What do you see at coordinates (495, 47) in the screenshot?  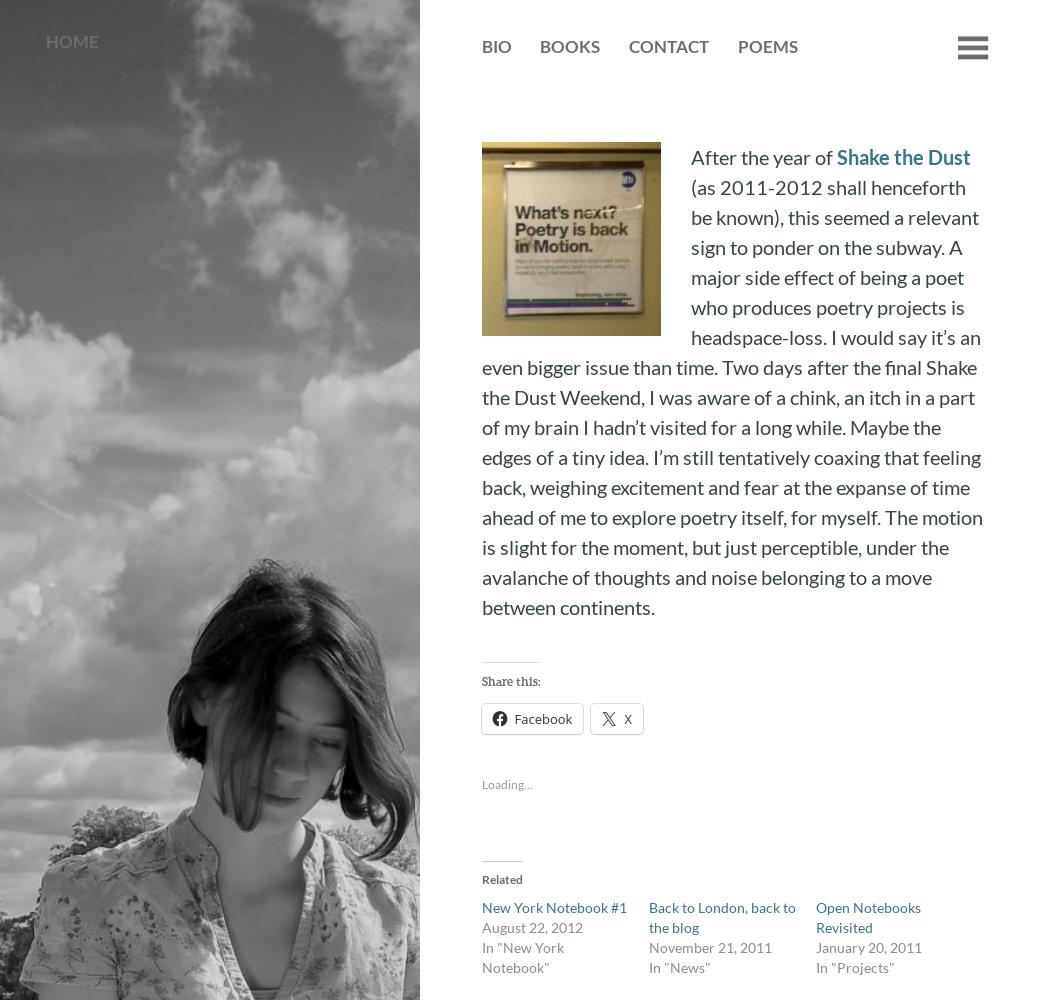 I see `'Bio'` at bounding box center [495, 47].